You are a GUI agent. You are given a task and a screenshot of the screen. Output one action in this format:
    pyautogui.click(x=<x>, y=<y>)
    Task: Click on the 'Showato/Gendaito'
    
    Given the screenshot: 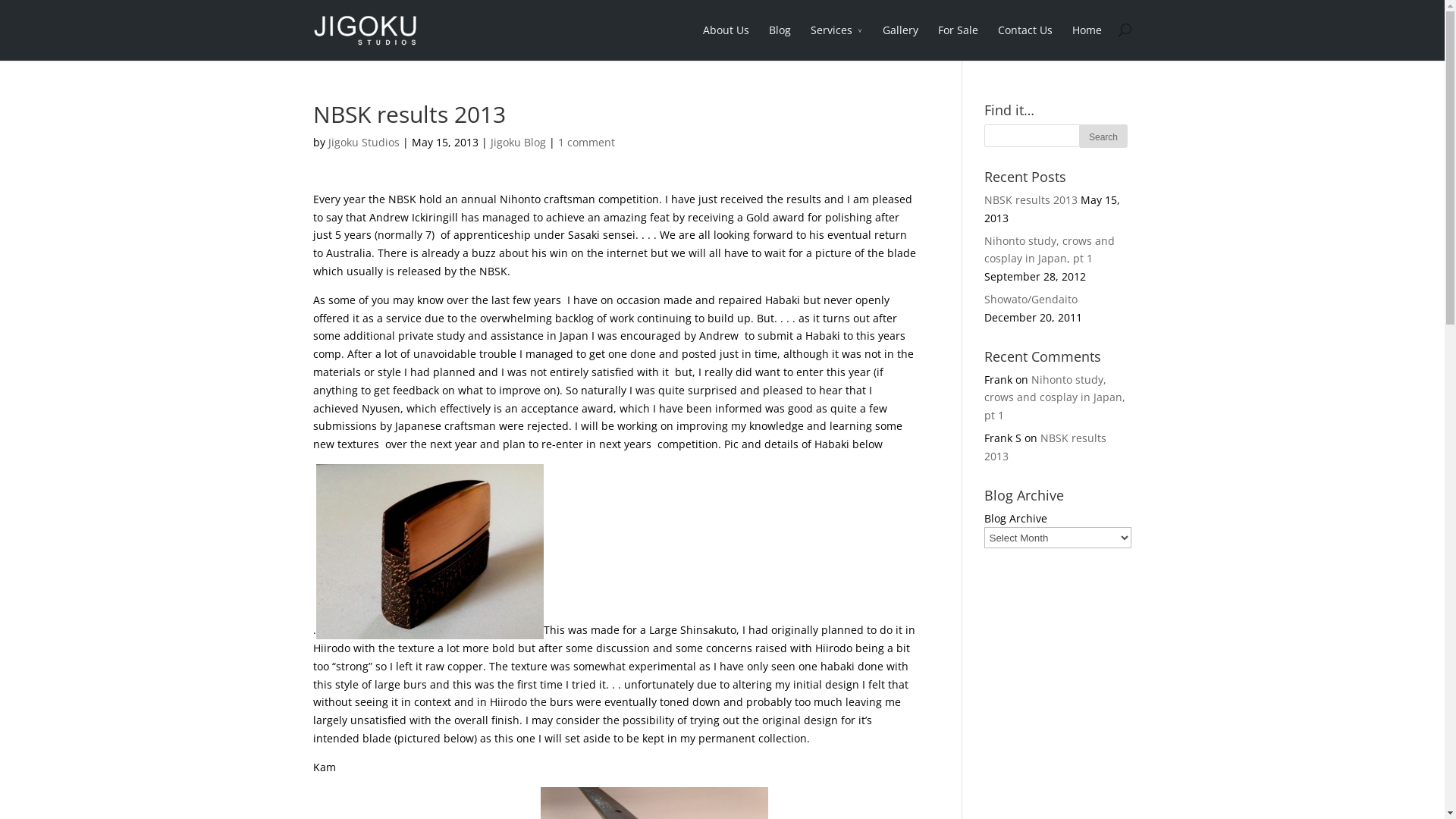 What is the action you would take?
    pyautogui.click(x=1031, y=299)
    